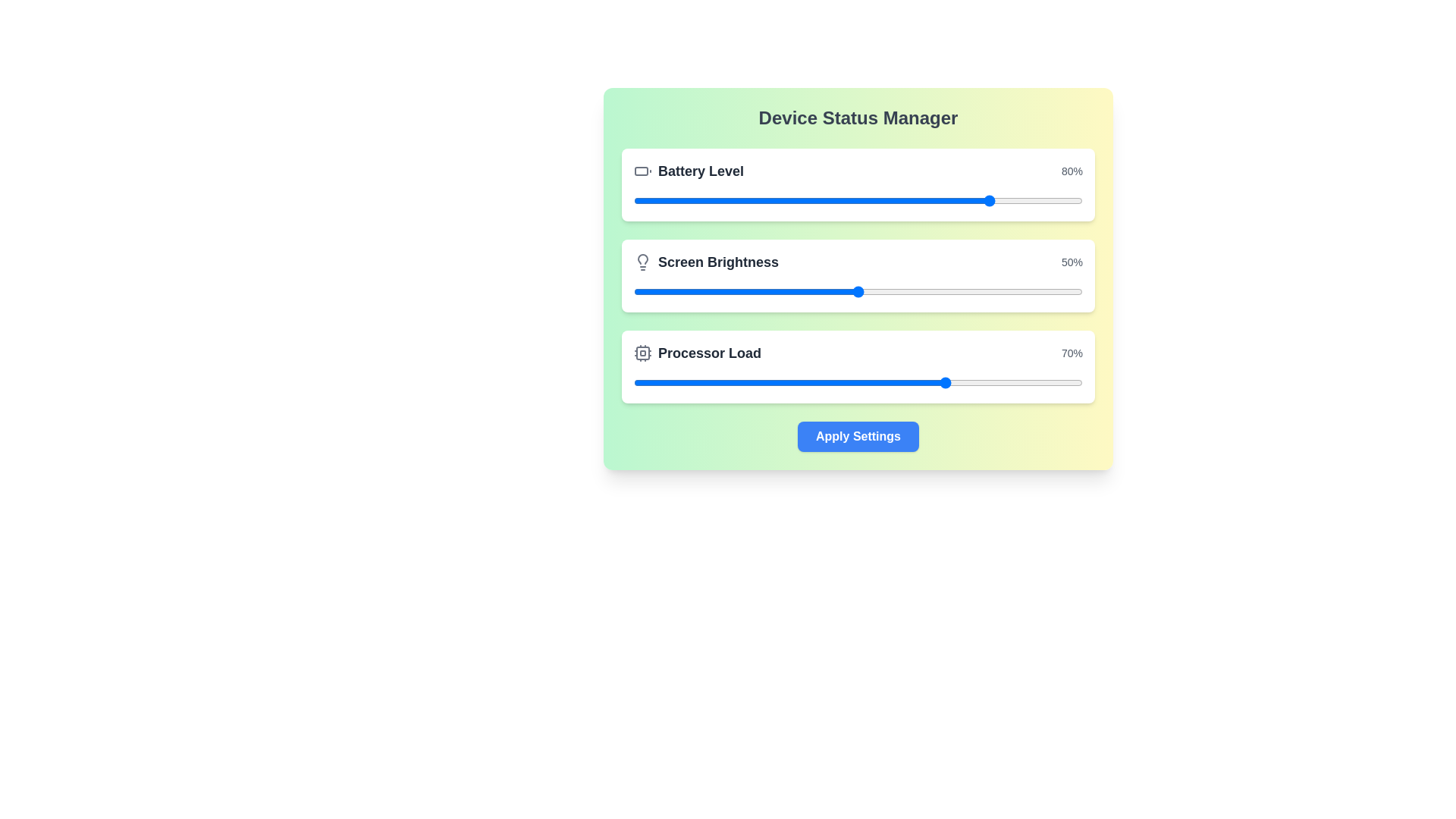  I want to click on the battery level, so click(1078, 200).